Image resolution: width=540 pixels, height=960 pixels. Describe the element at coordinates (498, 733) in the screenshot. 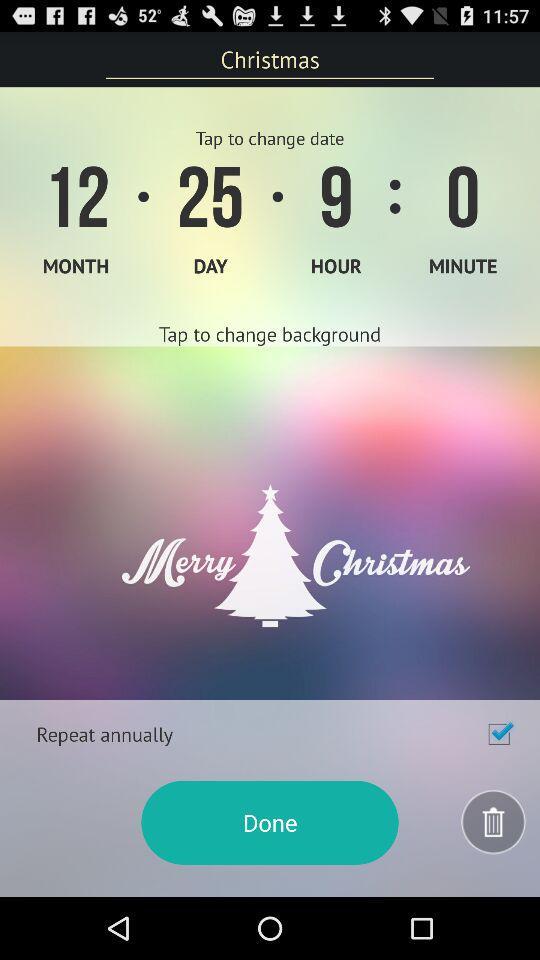

I see `repeat annually option` at that location.